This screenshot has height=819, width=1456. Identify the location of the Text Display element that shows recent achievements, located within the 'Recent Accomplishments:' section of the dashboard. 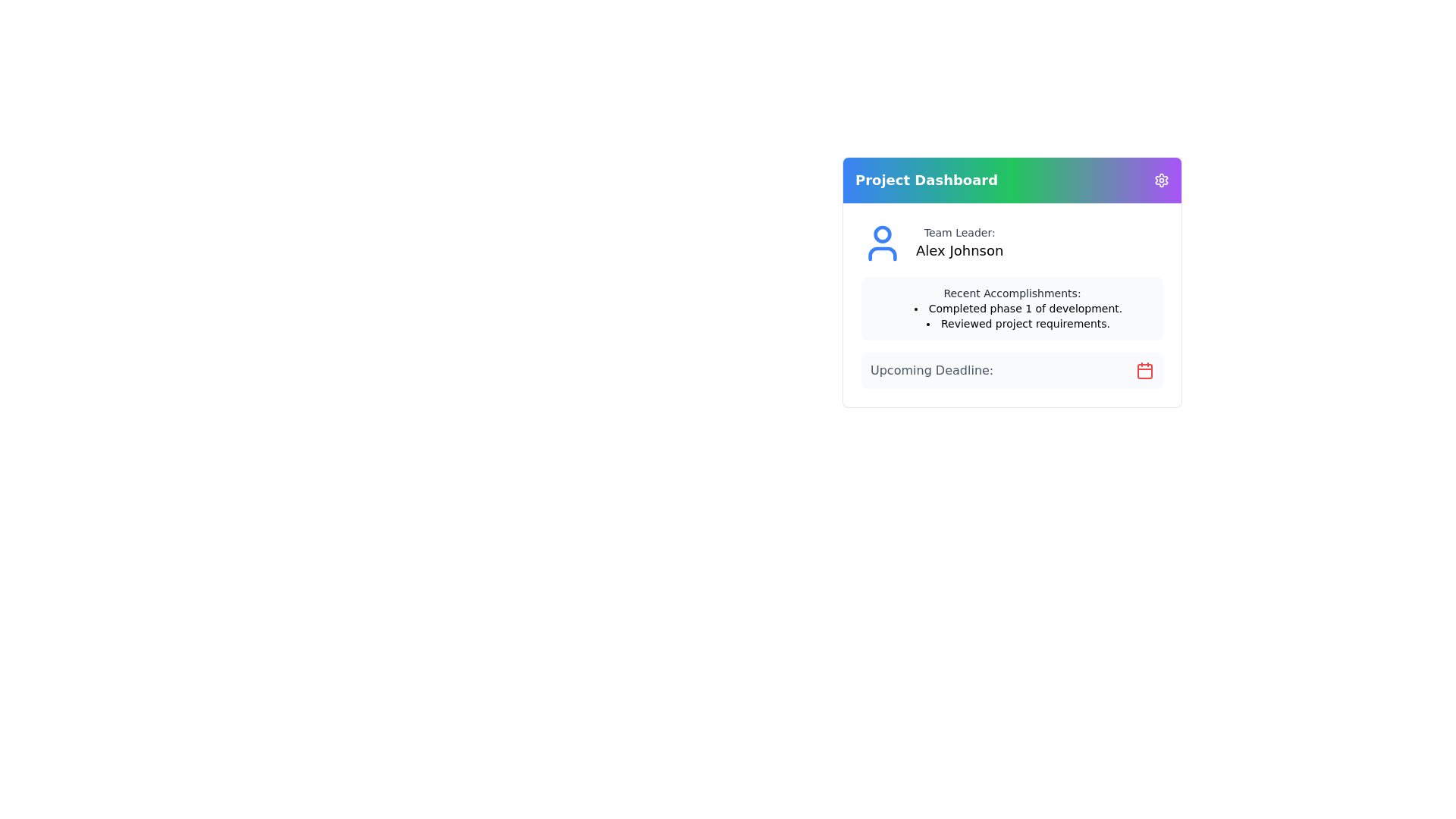
(1018, 315).